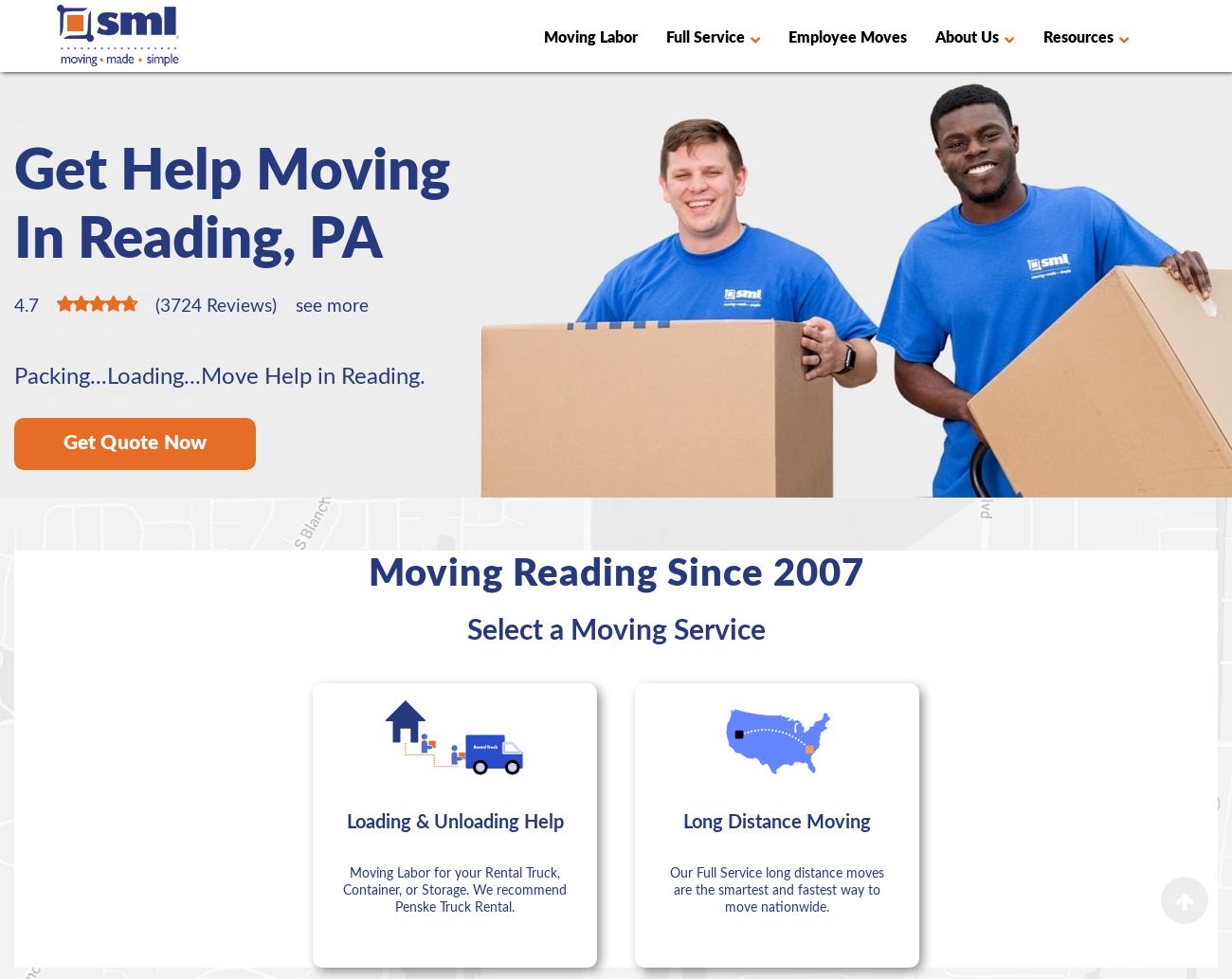 This screenshot has width=1232, height=979. What do you see at coordinates (155, 305) in the screenshot?
I see `'(3724 Reviews)'` at bounding box center [155, 305].